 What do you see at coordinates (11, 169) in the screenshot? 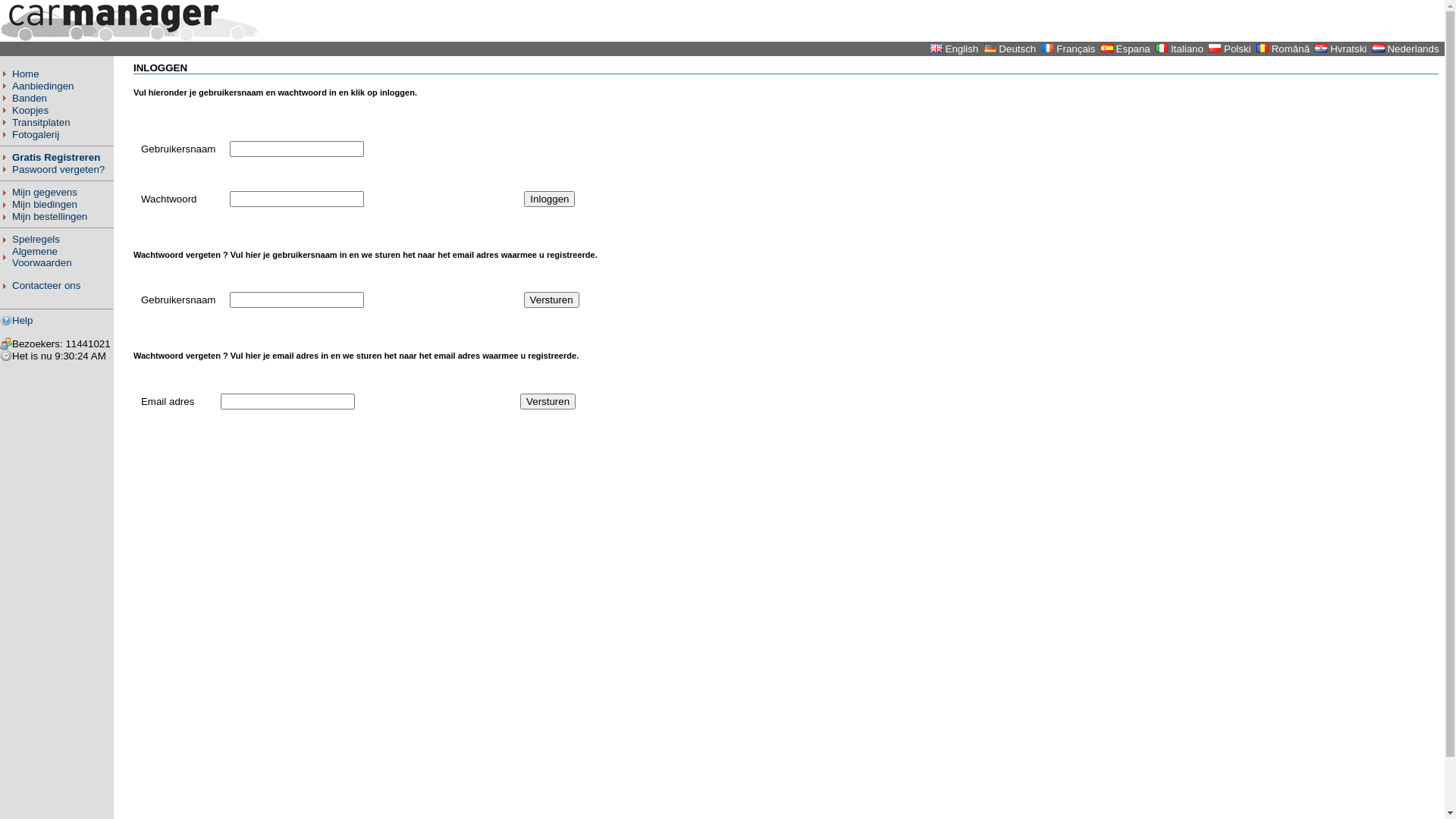
I see `'Paswoord vergeten?'` at bounding box center [11, 169].